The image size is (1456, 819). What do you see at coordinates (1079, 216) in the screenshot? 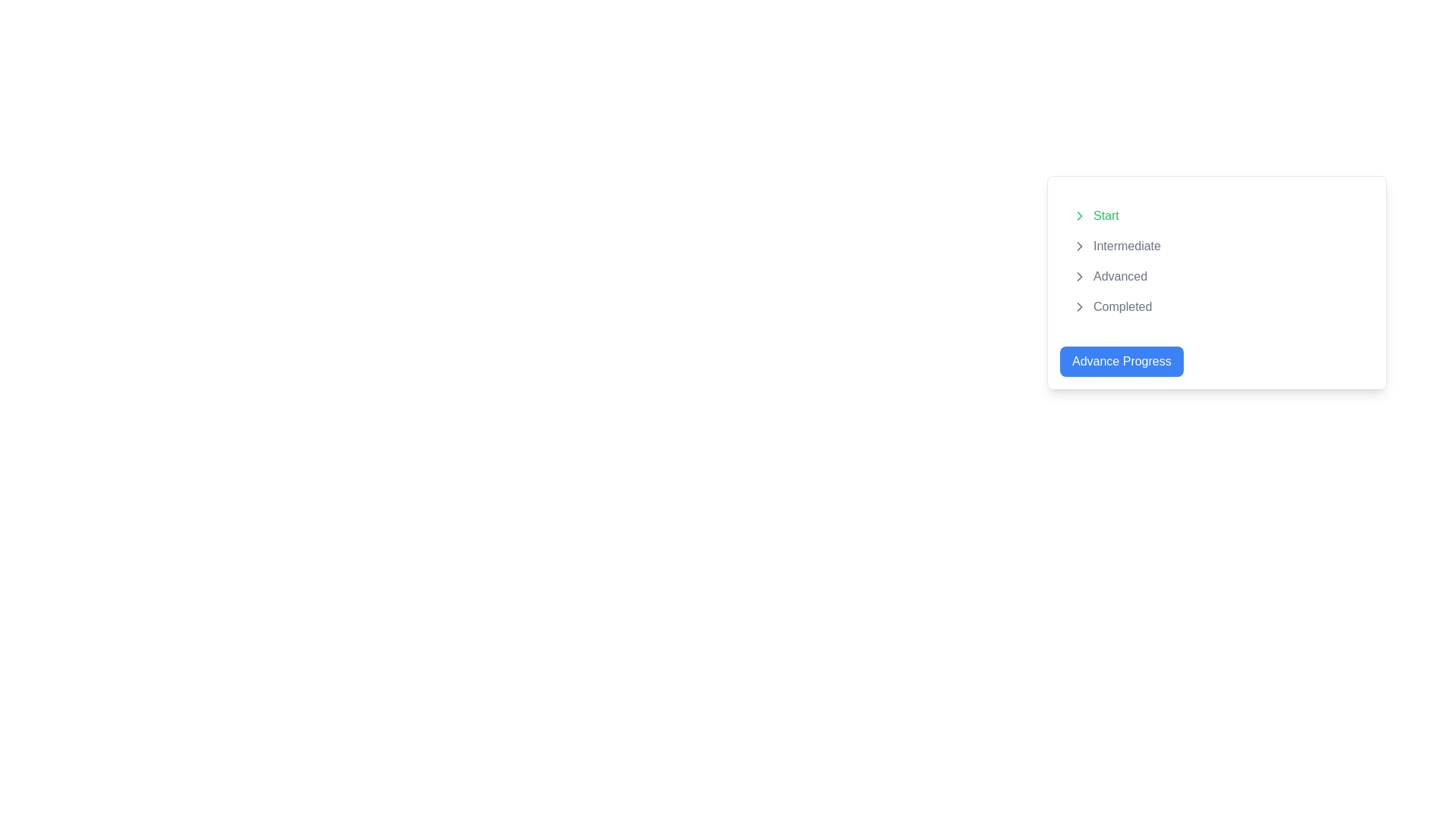
I see `the chevron arrow icon located to the left of the text labeled 'Intermediate' to trigger hover effects` at bounding box center [1079, 216].